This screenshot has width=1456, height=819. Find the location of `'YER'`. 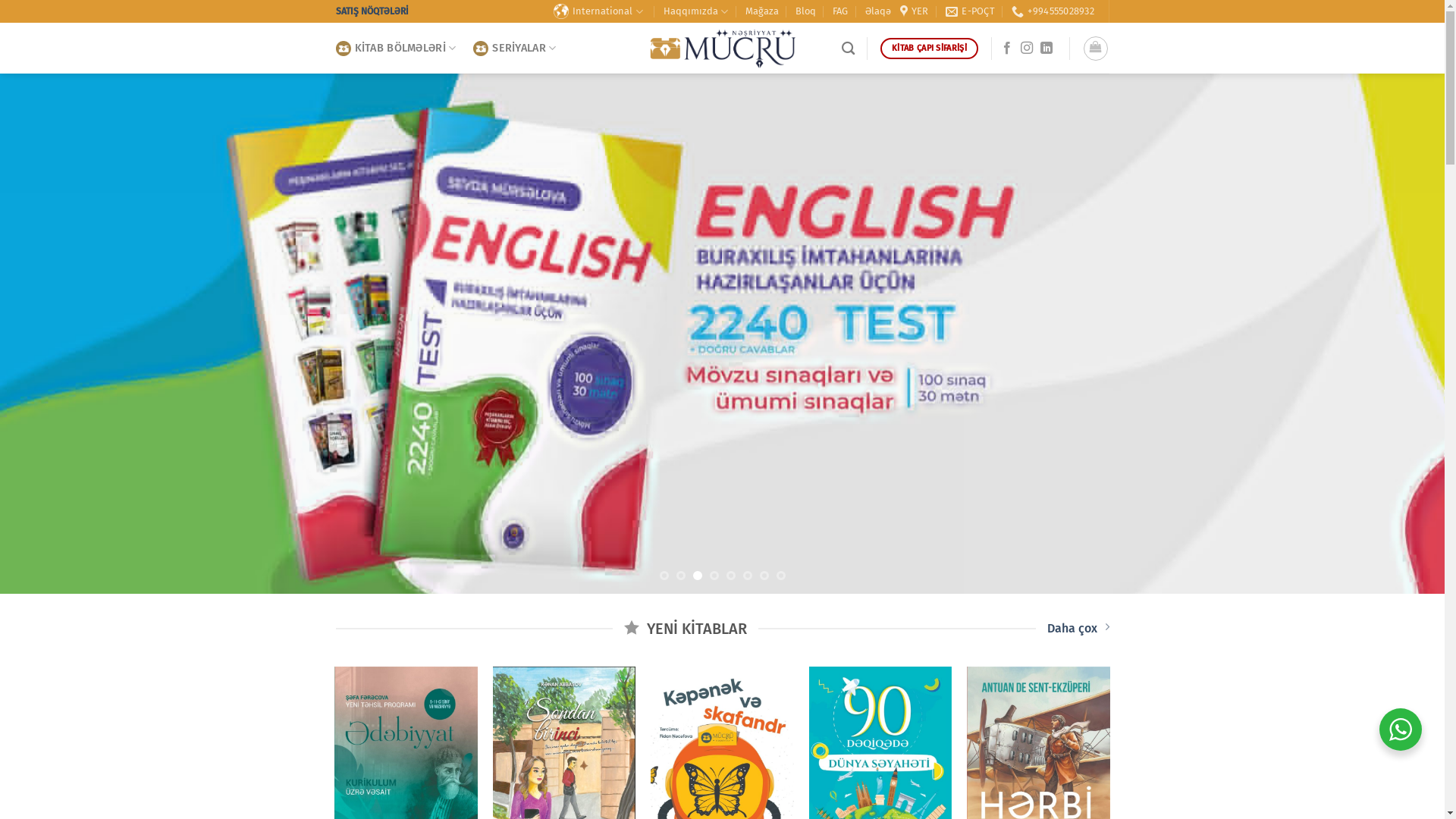

'YER' is located at coordinates (899, 11).